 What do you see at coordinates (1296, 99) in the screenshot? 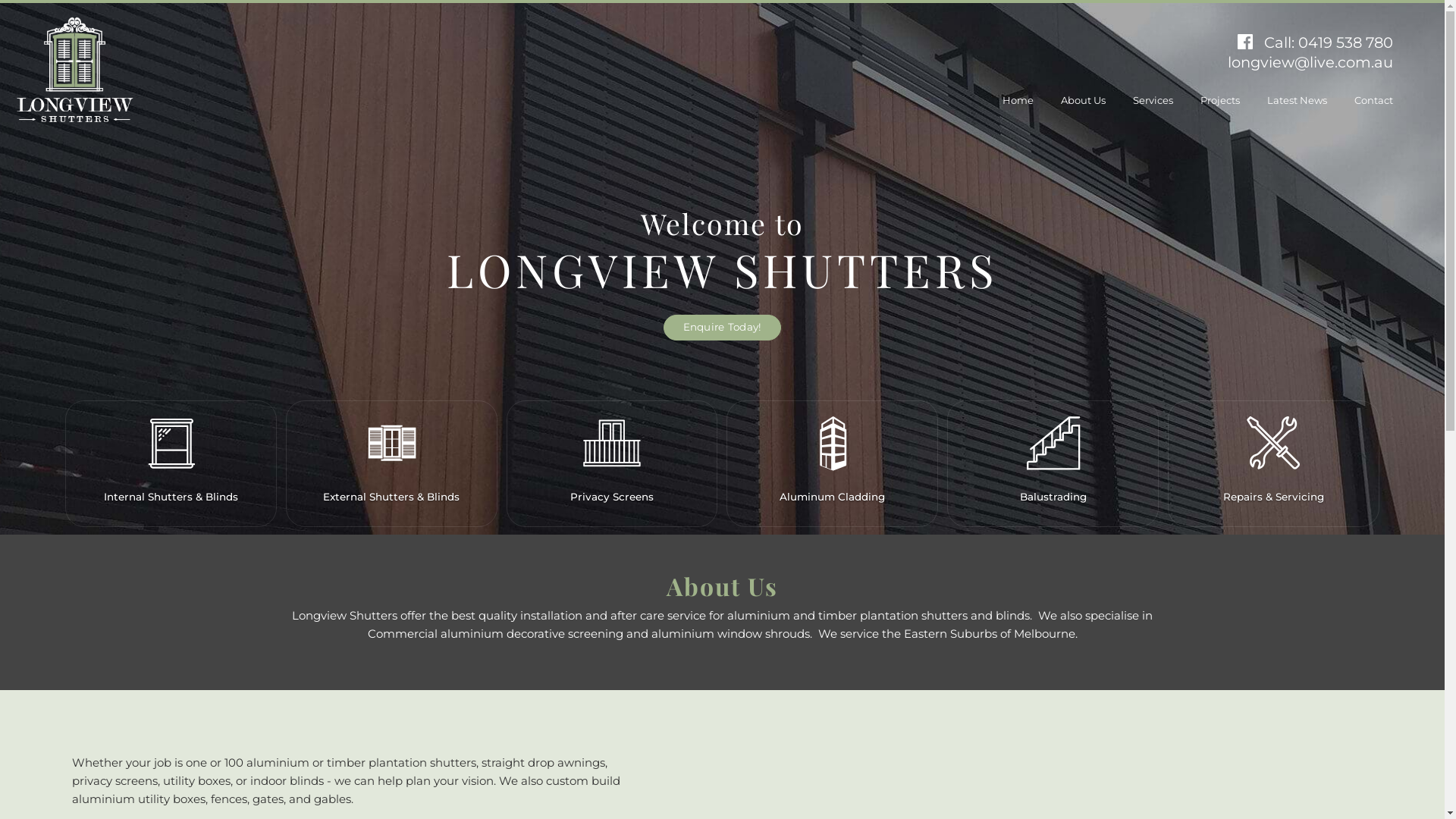
I see `'Latest News'` at bounding box center [1296, 99].